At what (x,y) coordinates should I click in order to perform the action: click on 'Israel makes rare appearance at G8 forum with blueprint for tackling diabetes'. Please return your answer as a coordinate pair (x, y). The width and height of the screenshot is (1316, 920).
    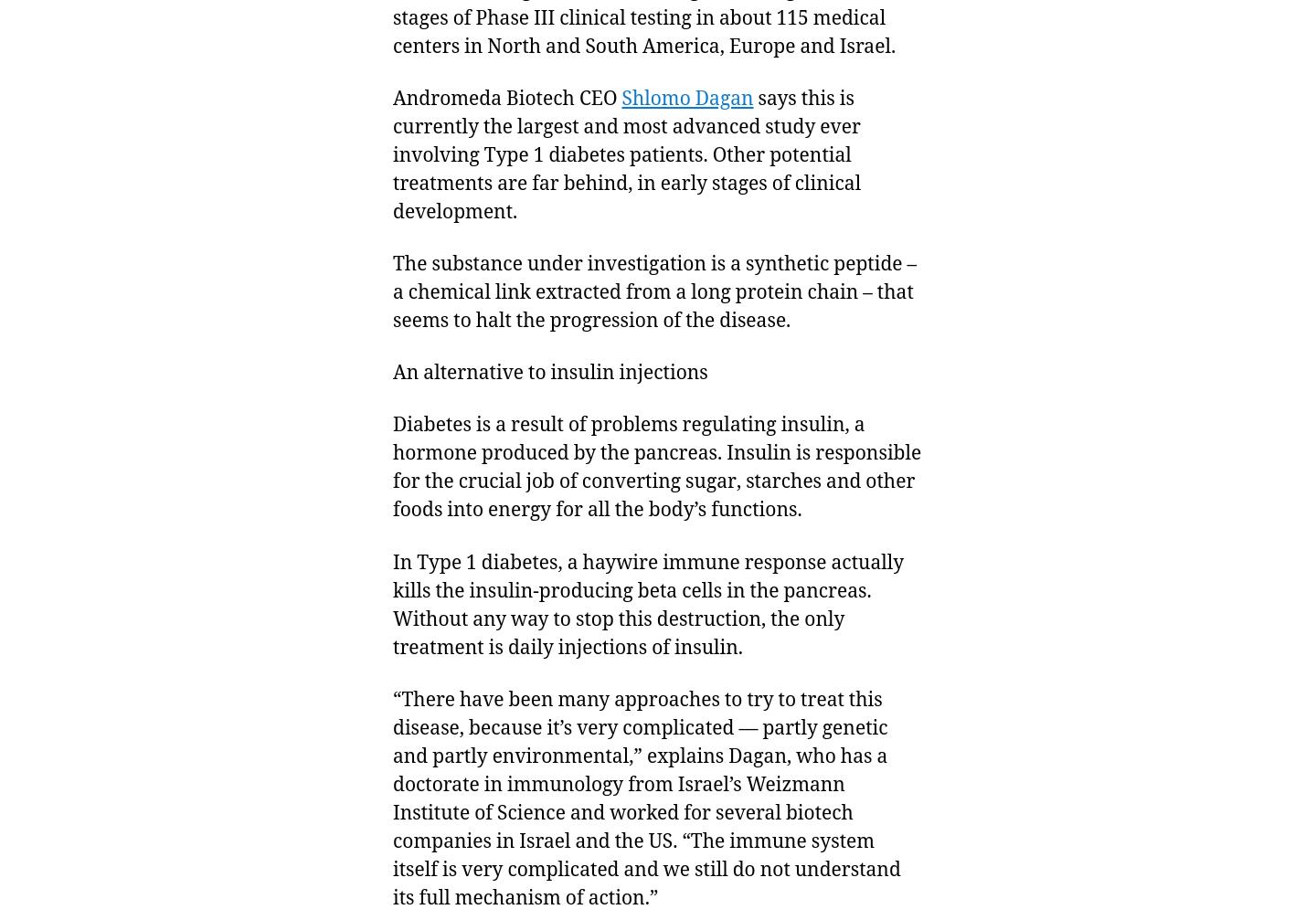
    Looking at the image, I should click on (812, 227).